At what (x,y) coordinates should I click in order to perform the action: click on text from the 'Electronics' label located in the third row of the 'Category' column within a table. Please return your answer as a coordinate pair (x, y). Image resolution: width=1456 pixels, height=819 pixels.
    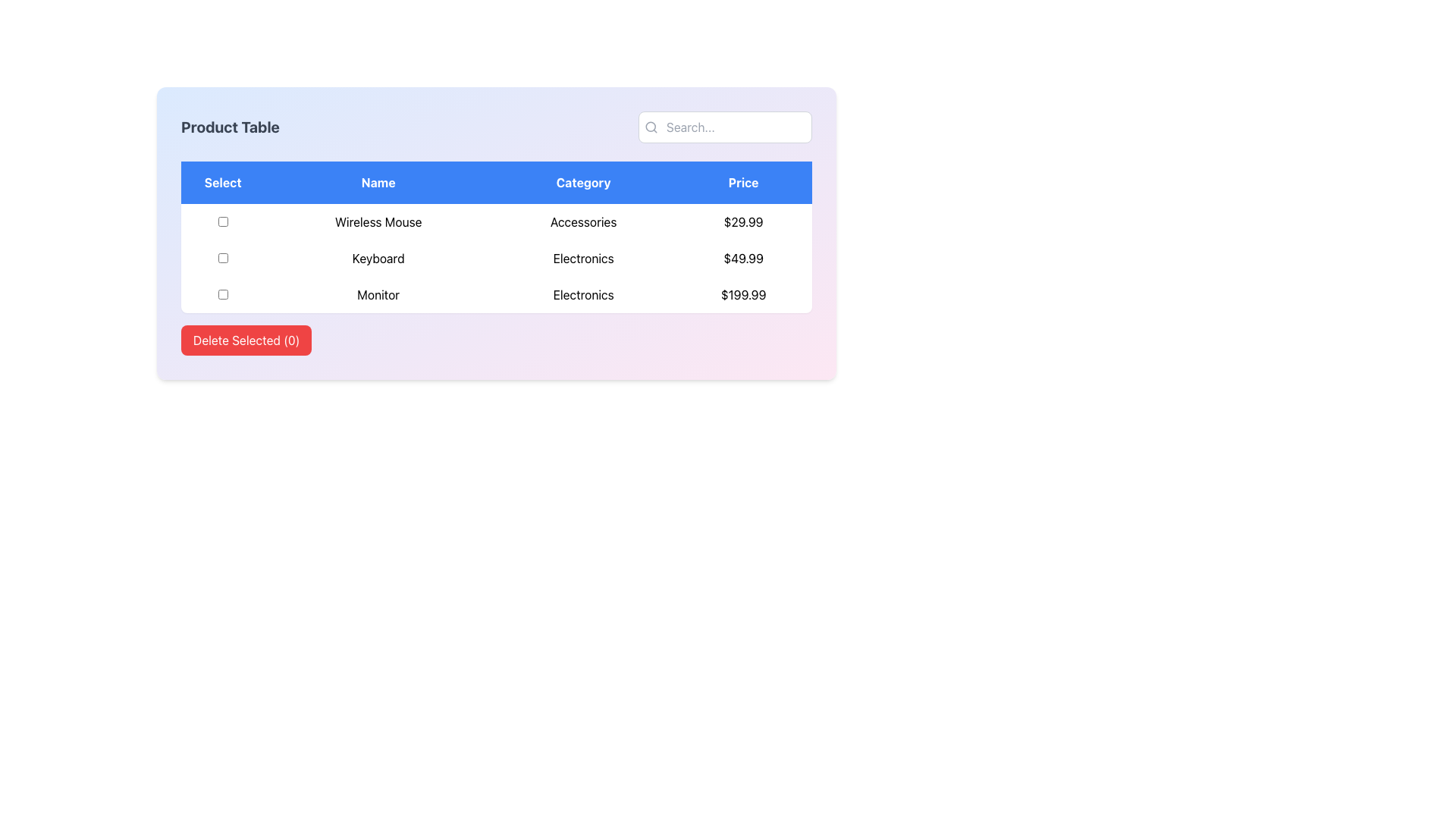
    Looking at the image, I should click on (582, 295).